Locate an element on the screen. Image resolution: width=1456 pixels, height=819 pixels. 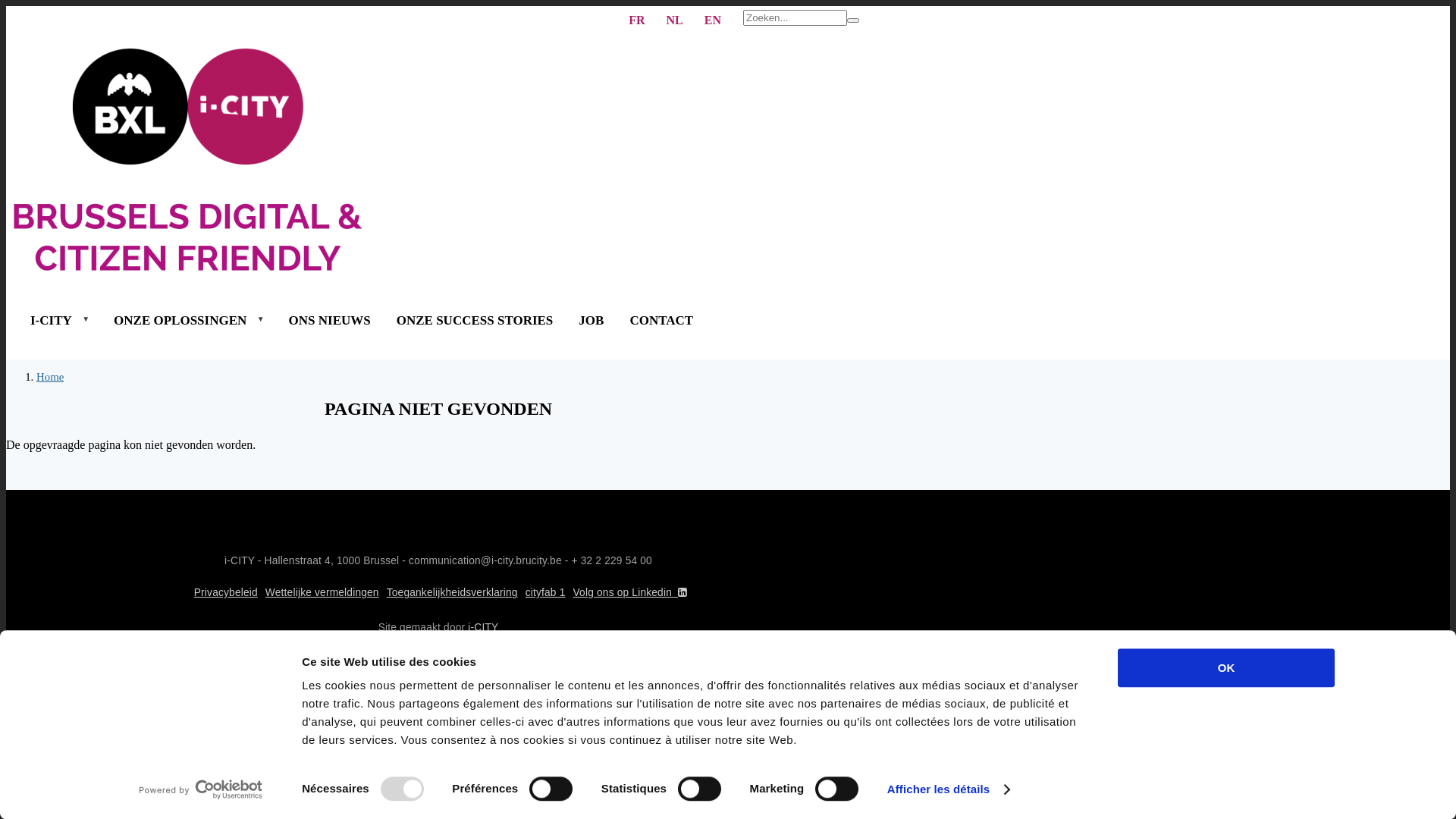
'Geef de woorden op waarnaar u wilt zoeken.' is located at coordinates (794, 17).